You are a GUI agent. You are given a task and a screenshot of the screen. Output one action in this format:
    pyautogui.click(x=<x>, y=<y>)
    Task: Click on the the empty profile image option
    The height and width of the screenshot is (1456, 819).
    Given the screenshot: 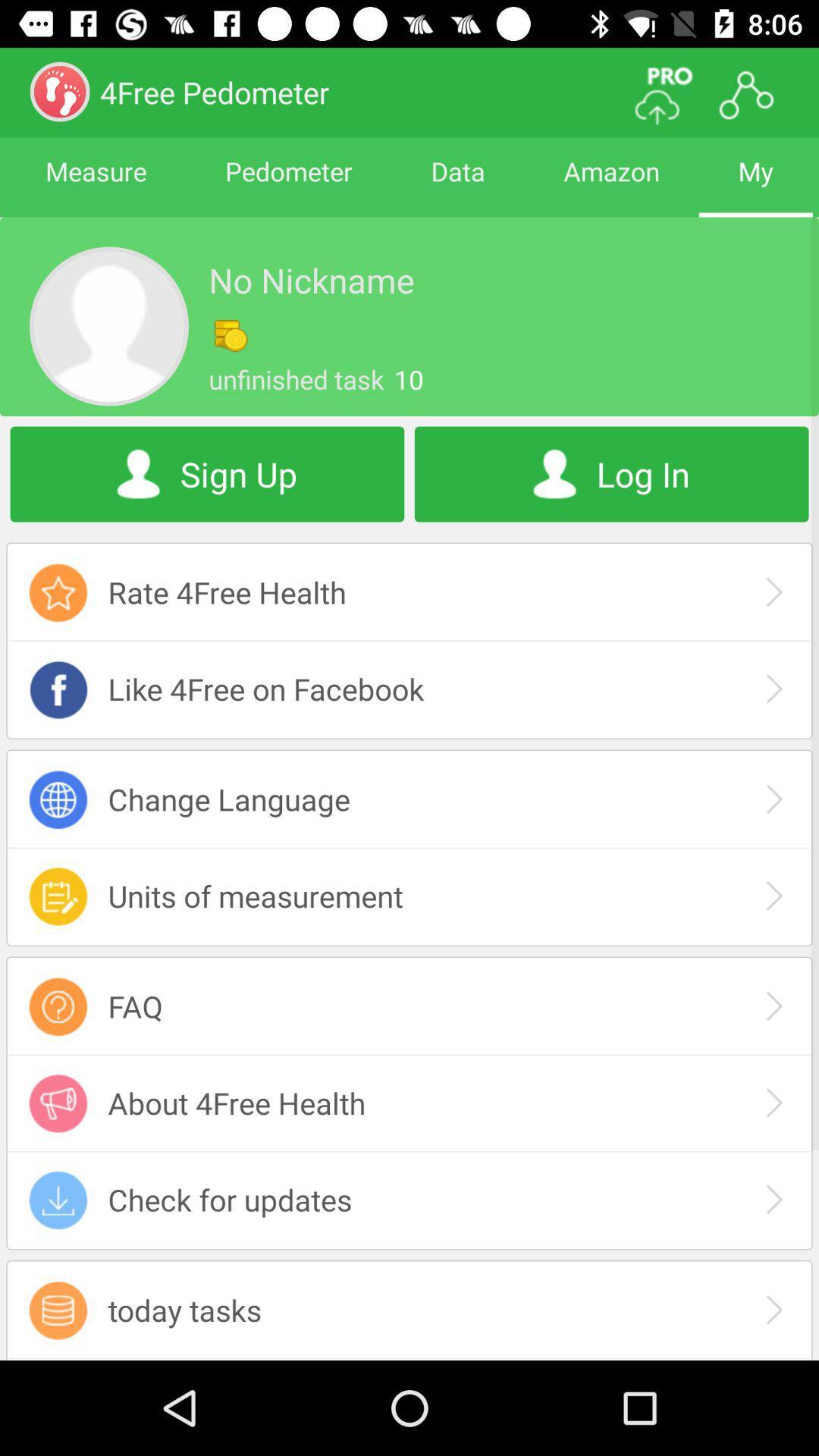 What is the action you would take?
    pyautogui.click(x=108, y=326)
    